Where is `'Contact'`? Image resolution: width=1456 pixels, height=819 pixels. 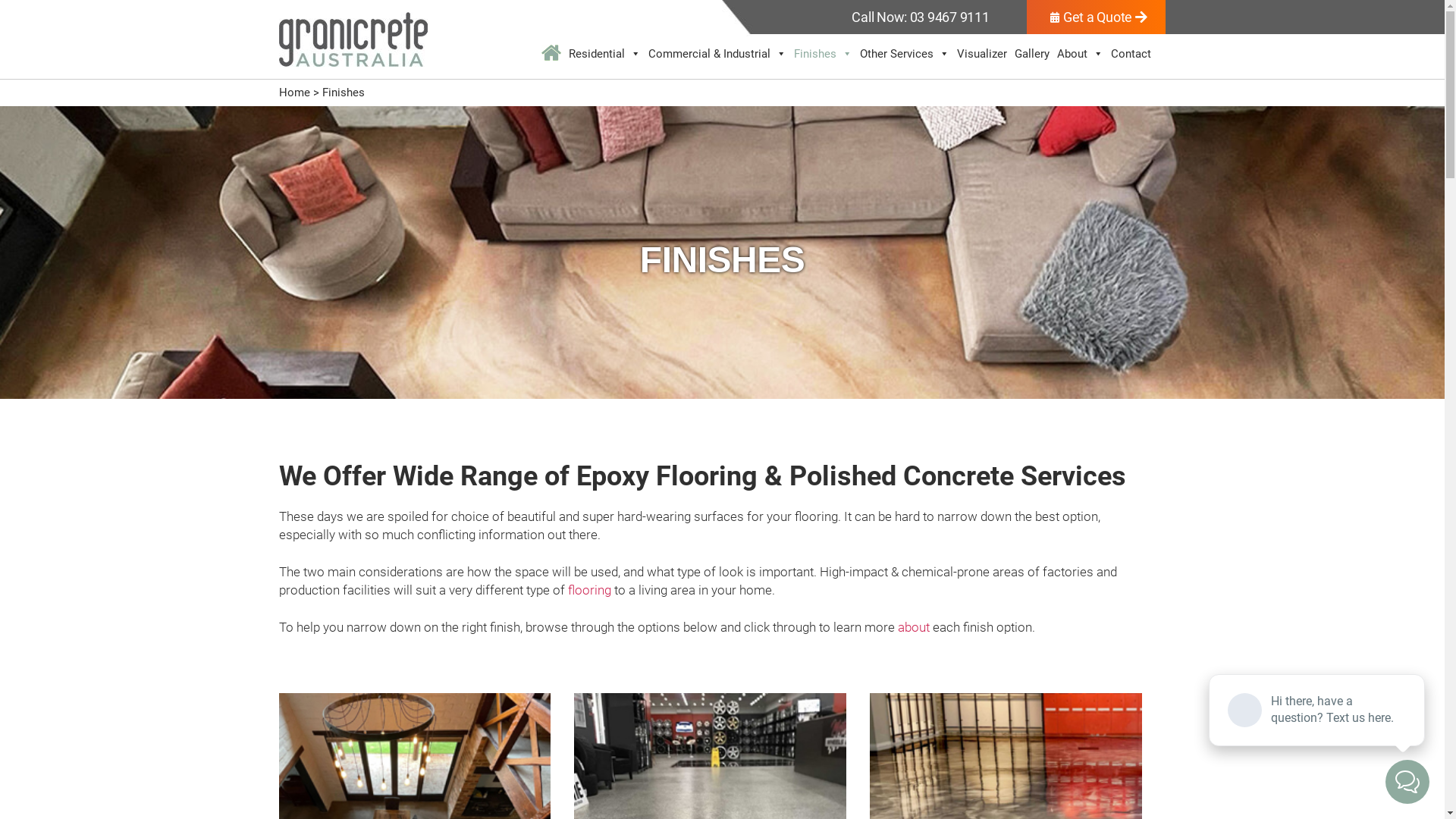 'Contact' is located at coordinates (1131, 52).